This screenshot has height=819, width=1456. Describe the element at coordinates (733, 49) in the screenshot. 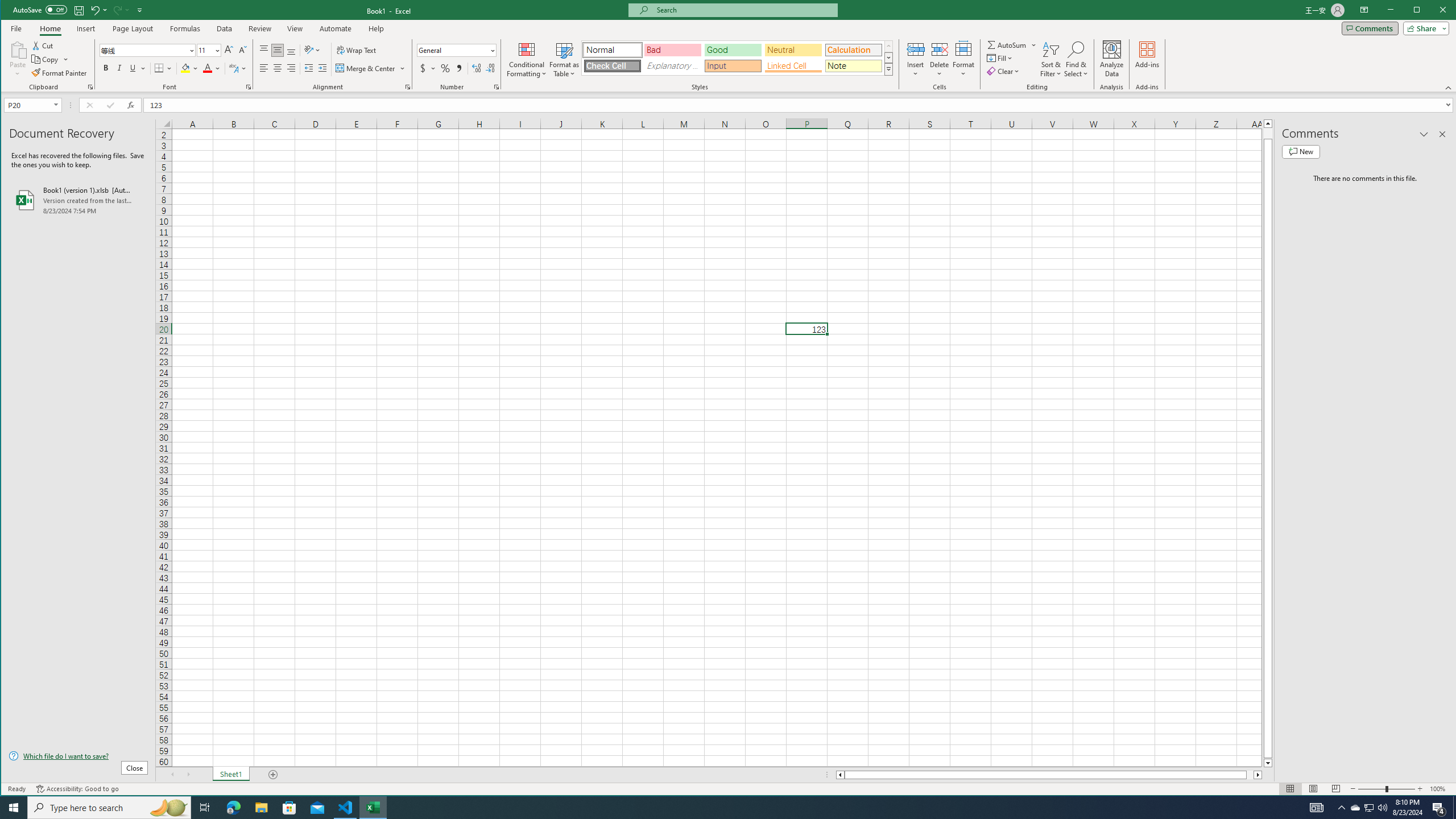

I see `'Good'` at that location.